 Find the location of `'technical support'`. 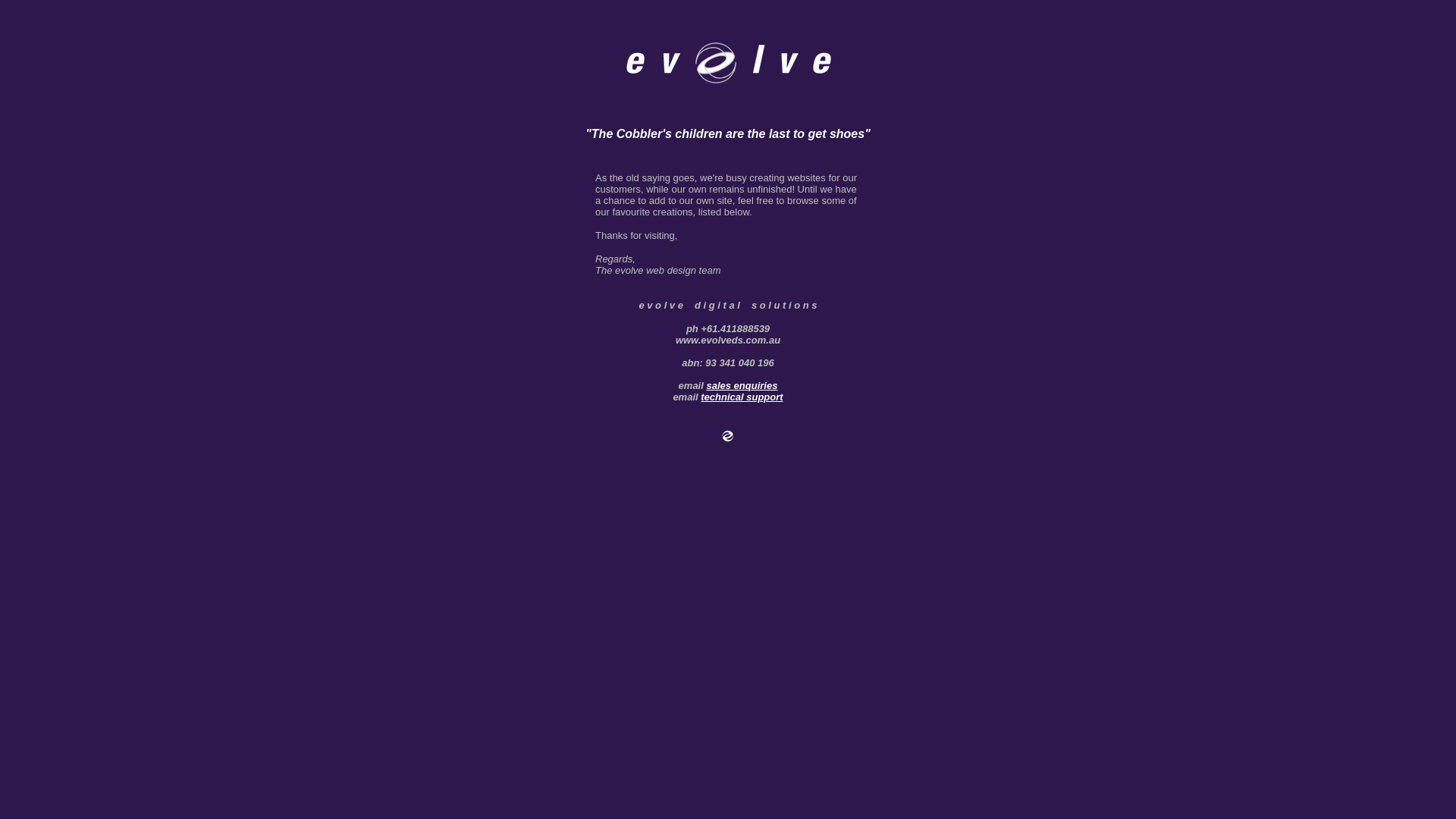

'technical support' is located at coordinates (742, 396).